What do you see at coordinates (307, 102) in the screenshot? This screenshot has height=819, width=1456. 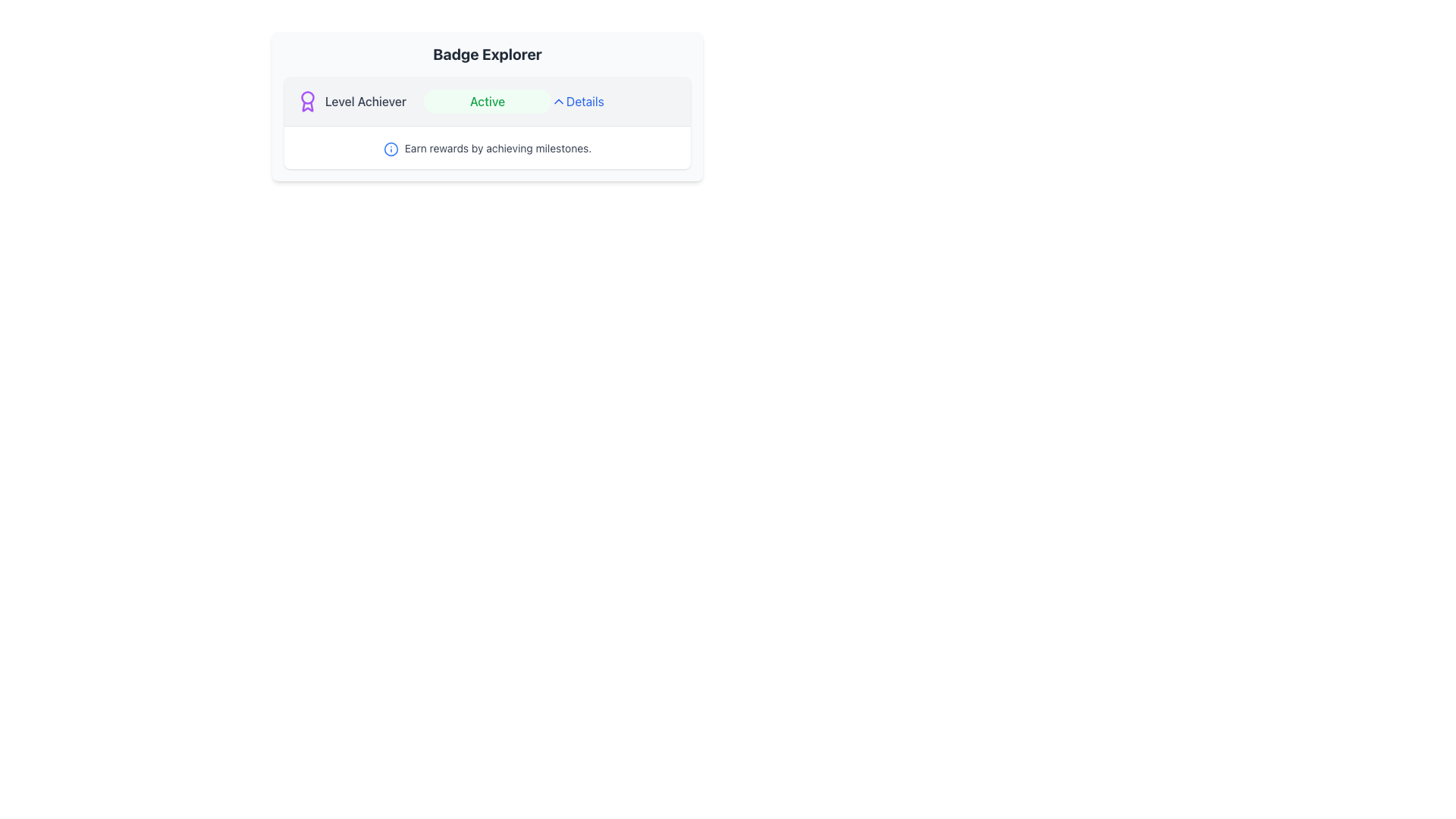 I see `the purple medal-like icon that resembles an award badge, located to the left of the text 'Level Achiever' in the 'Badge Explorer' section` at bounding box center [307, 102].